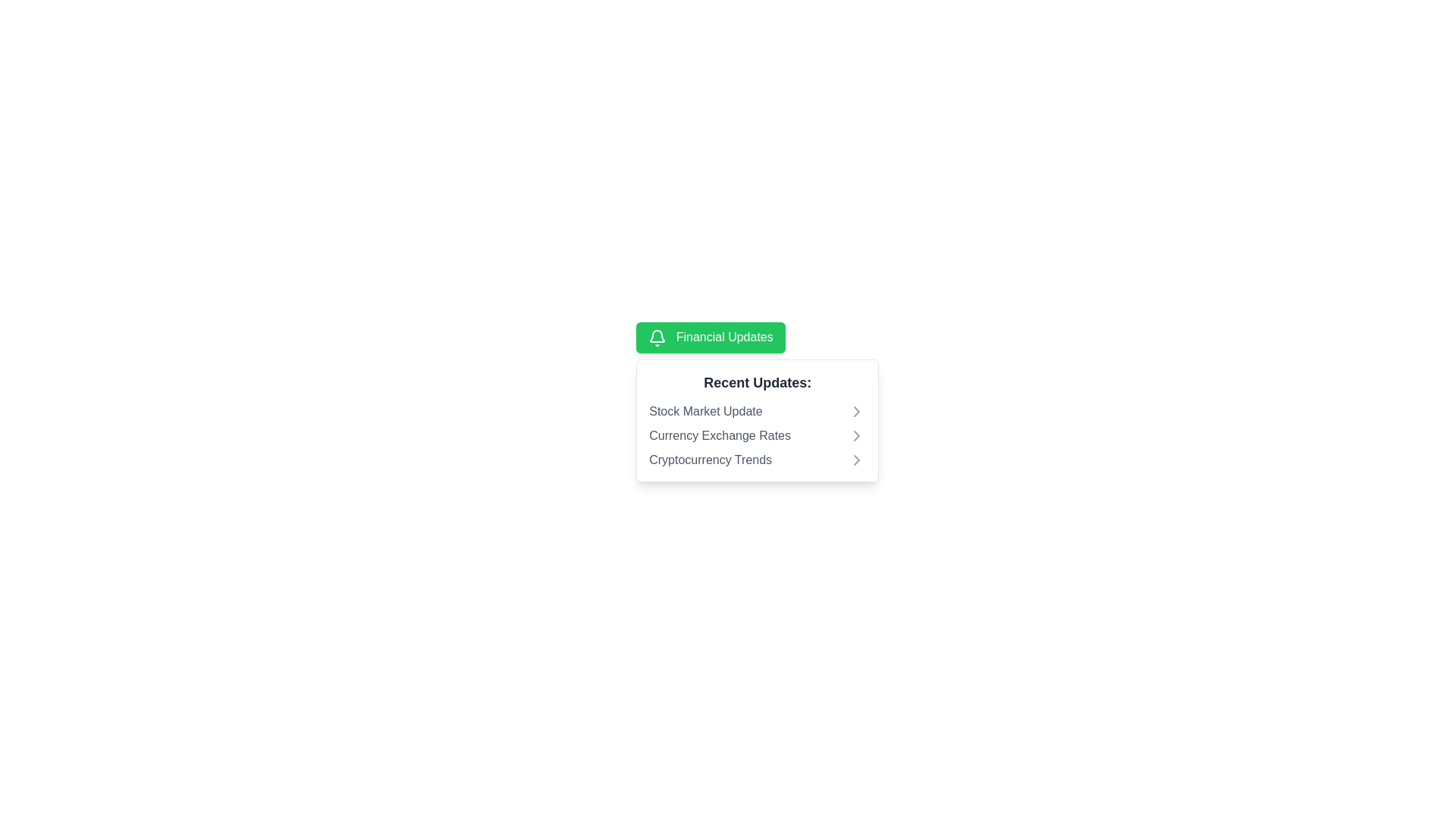 The height and width of the screenshot is (819, 1456). I want to click on the second row item under the header 'Recent Updates:', so click(757, 435).